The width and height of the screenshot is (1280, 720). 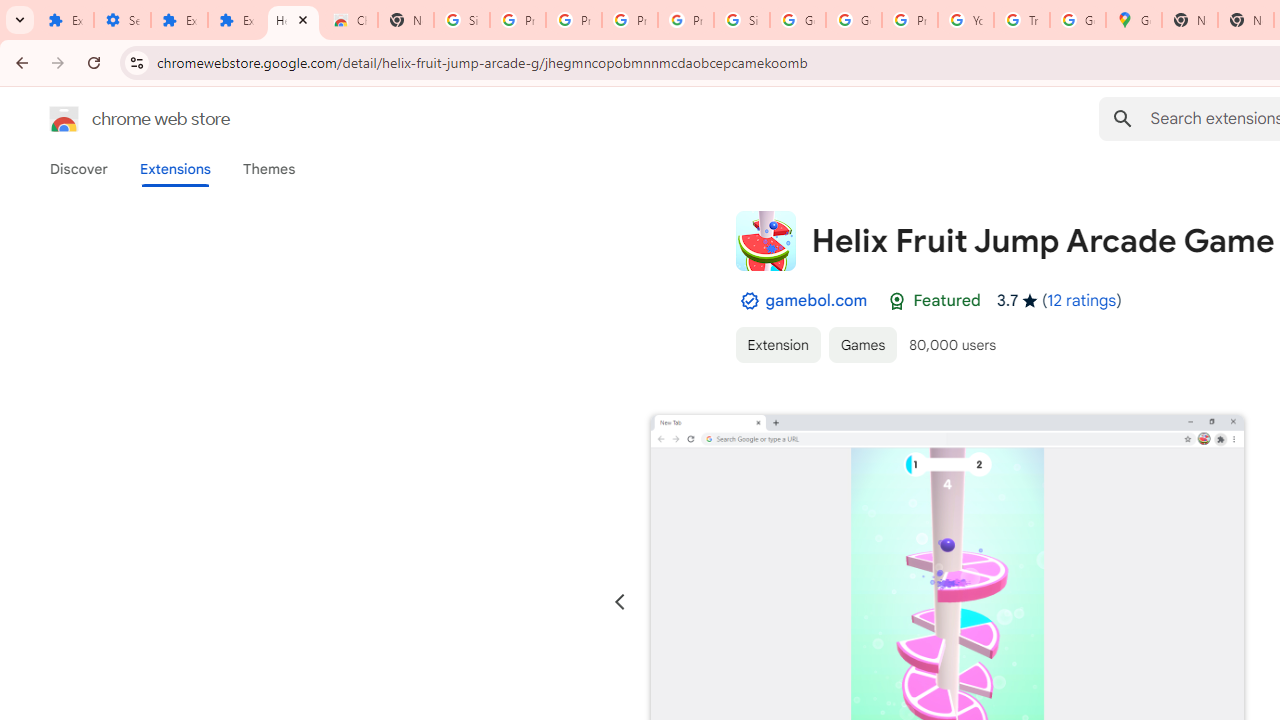 I want to click on 'Games', so click(x=863, y=343).